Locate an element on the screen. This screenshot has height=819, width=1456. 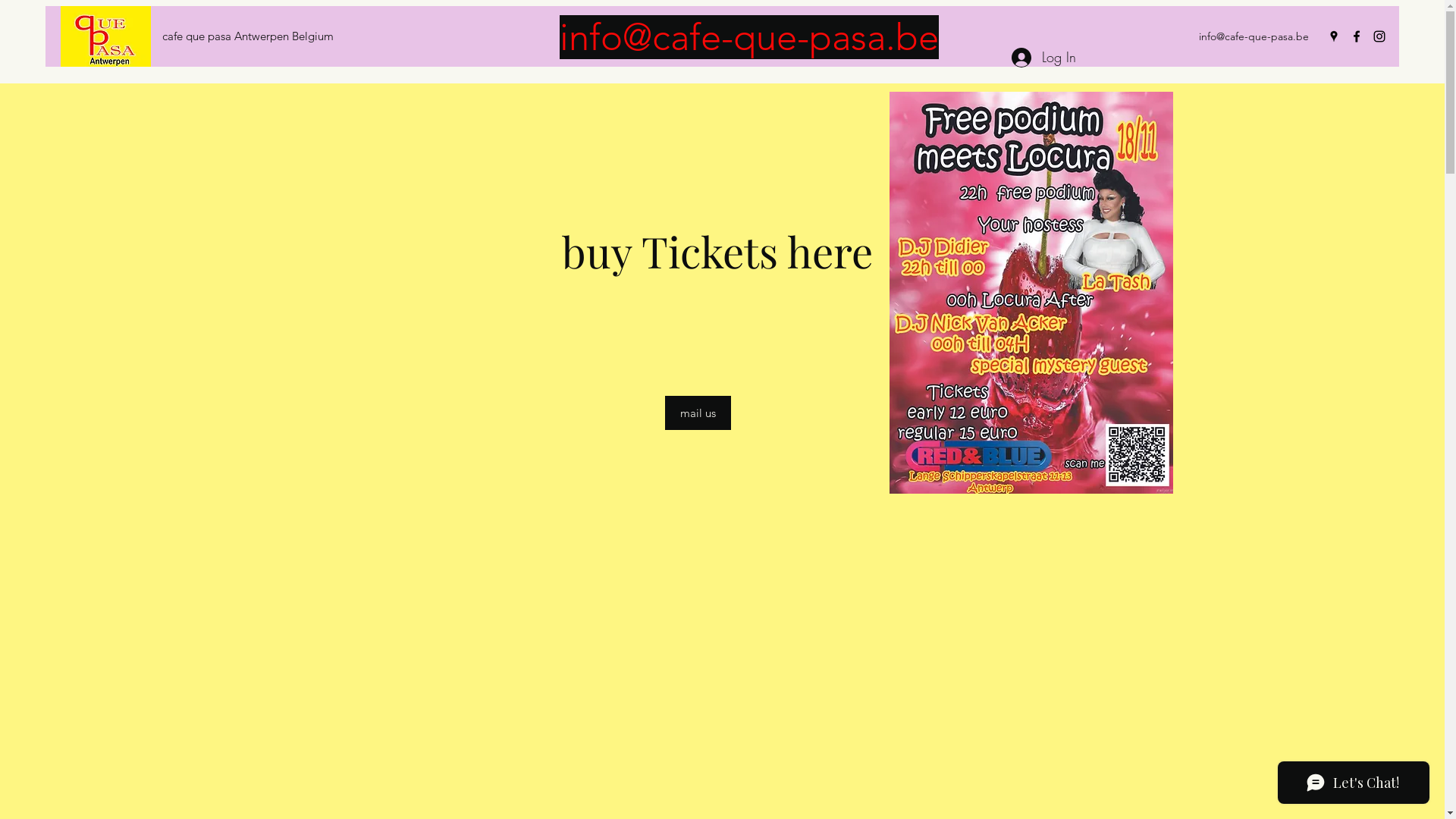
'info@cafe-que-pasa.be' is located at coordinates (749, 36).